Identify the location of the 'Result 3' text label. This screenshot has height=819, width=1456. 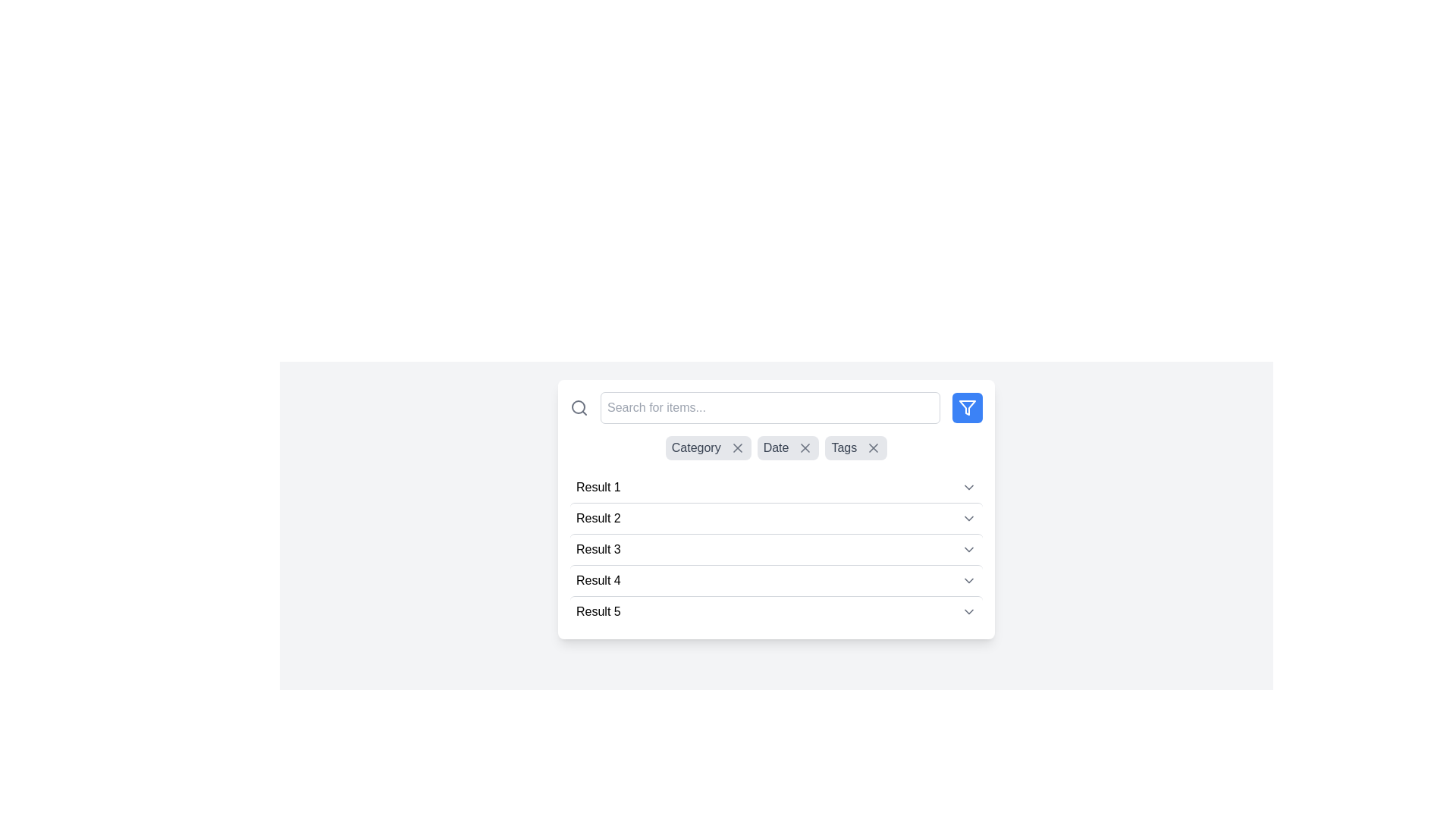
(598, 550).